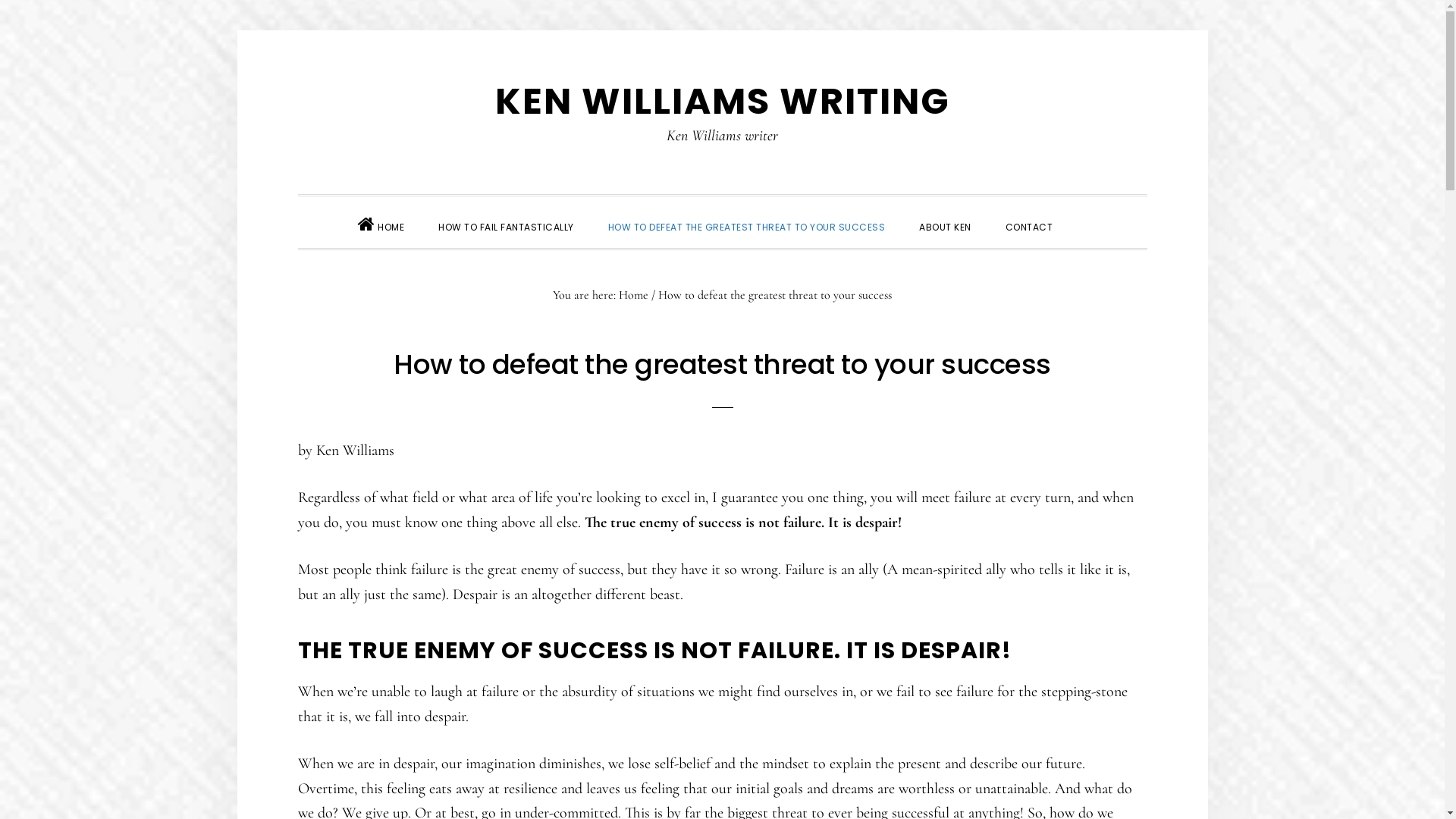  I want to click on 'ABOUT KEN', so click(944, 225).